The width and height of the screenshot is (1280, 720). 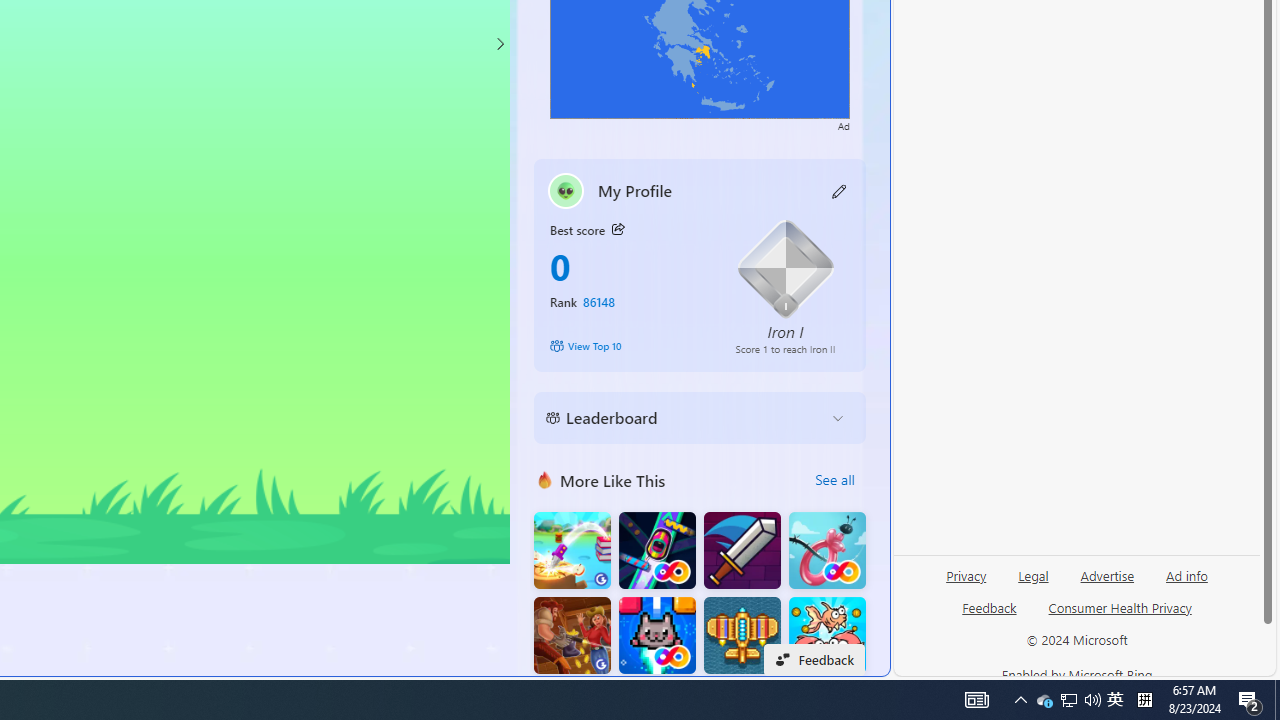 I want to click on 'Bumper Car FRVR', so click(x=657, y=550).